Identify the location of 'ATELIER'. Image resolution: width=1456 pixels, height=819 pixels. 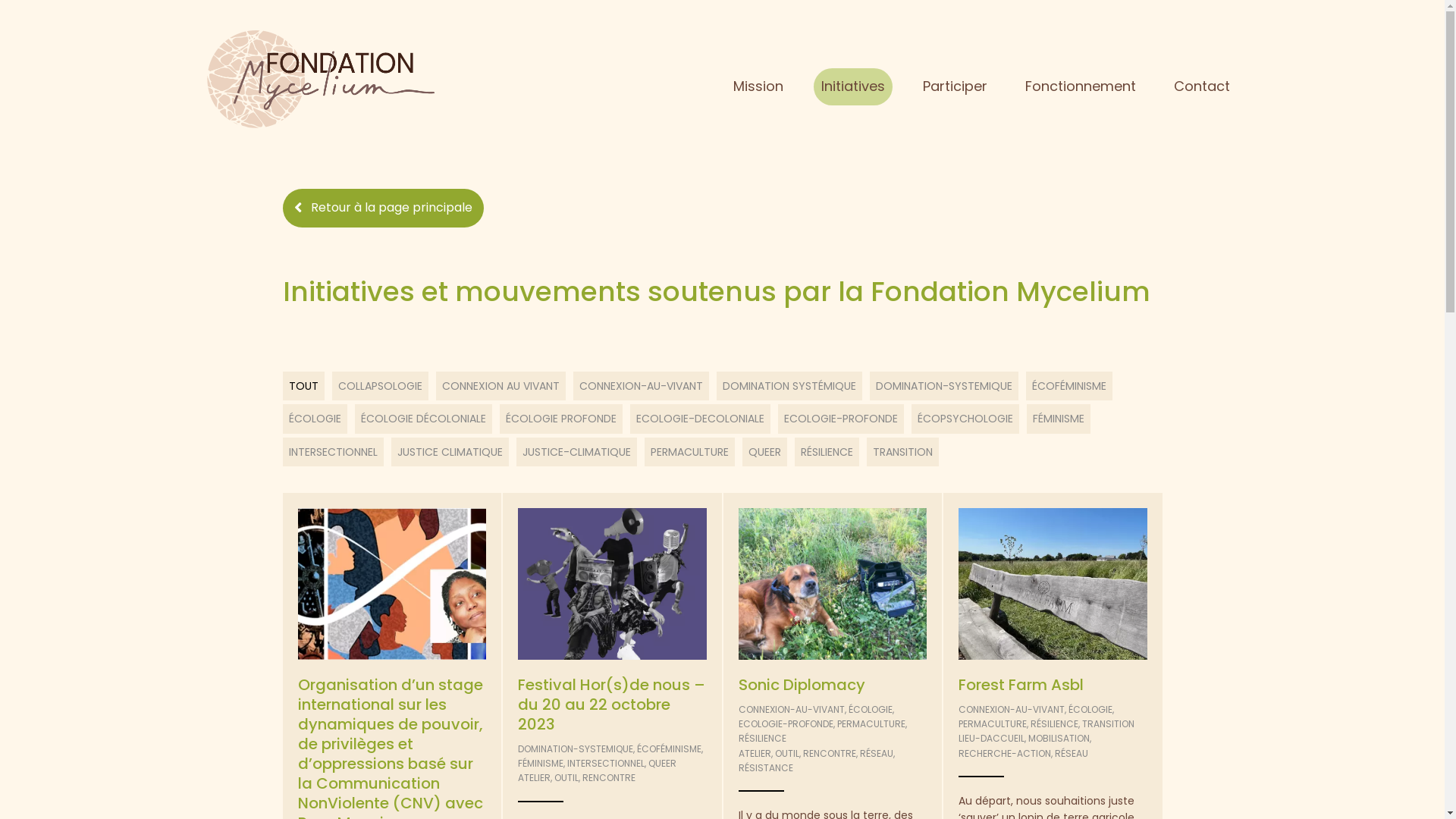
(755, 753).